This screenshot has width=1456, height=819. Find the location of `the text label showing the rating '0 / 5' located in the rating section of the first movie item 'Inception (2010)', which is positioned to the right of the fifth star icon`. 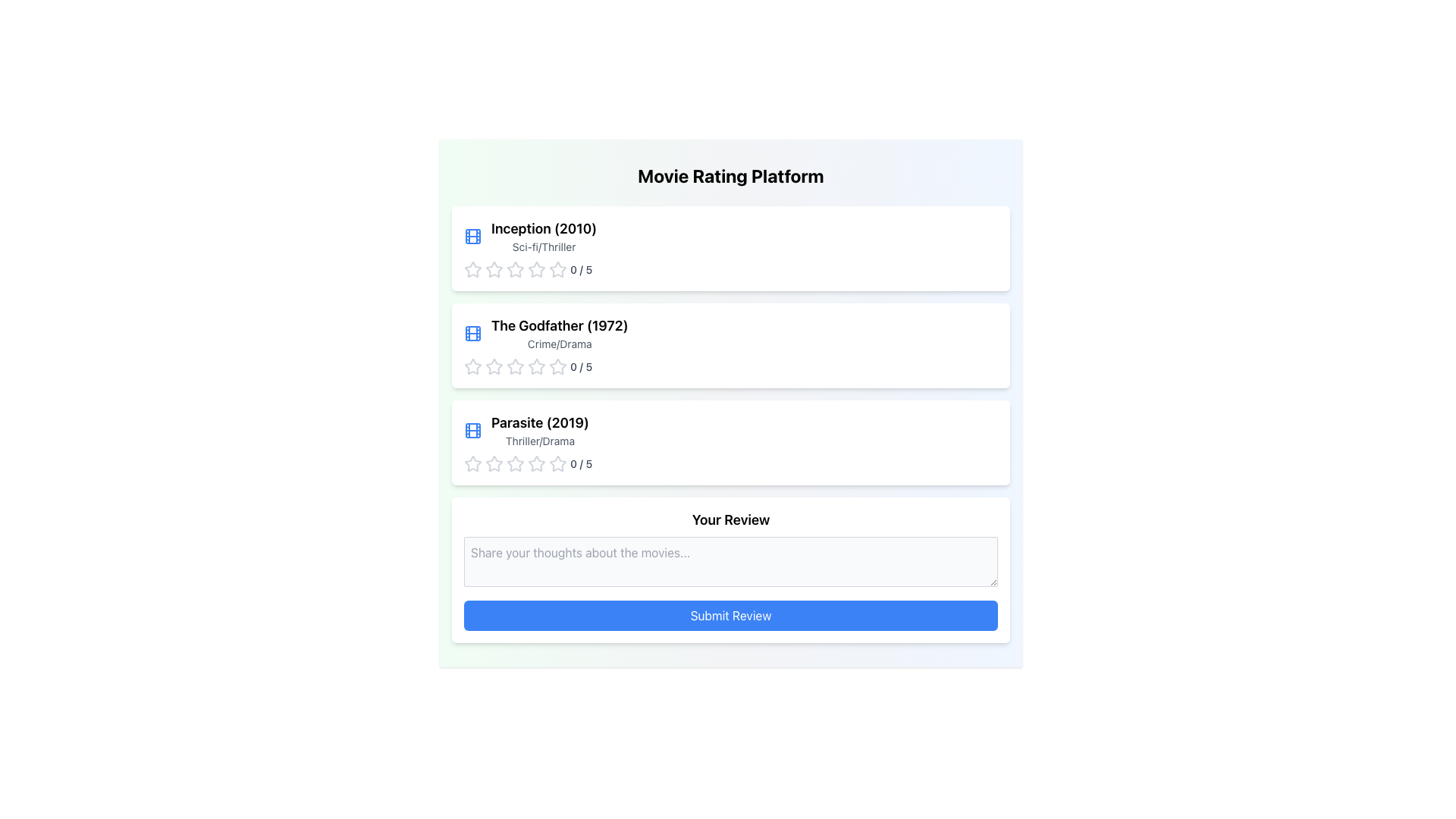

the text label showing the rating '0 / 5' located in the rating section of the first movie item 'Inception (2010)', which is positioned to the right of the fifth star icon is located at coordinates (580, 268).